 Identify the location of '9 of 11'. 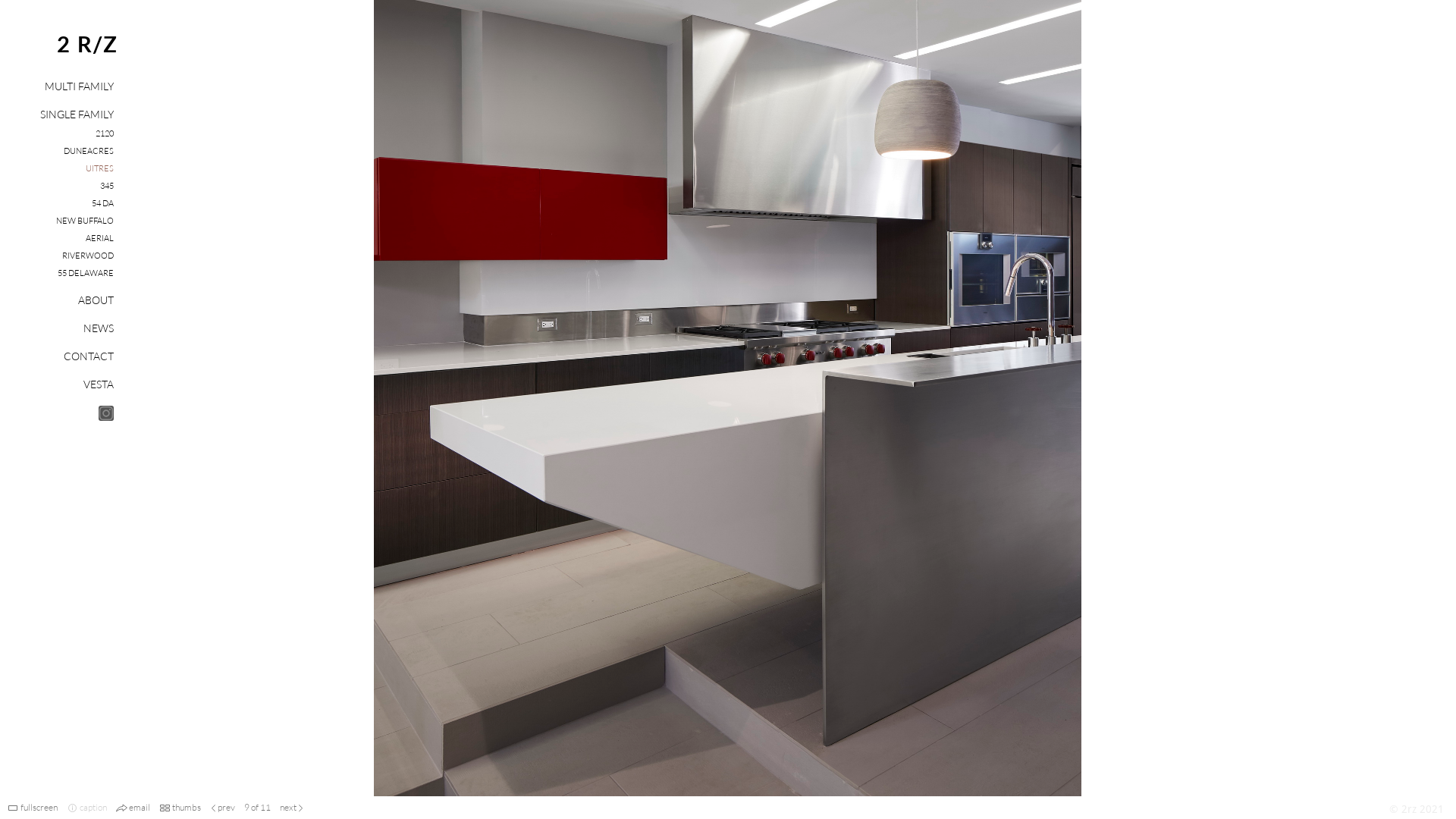
(257, 805).